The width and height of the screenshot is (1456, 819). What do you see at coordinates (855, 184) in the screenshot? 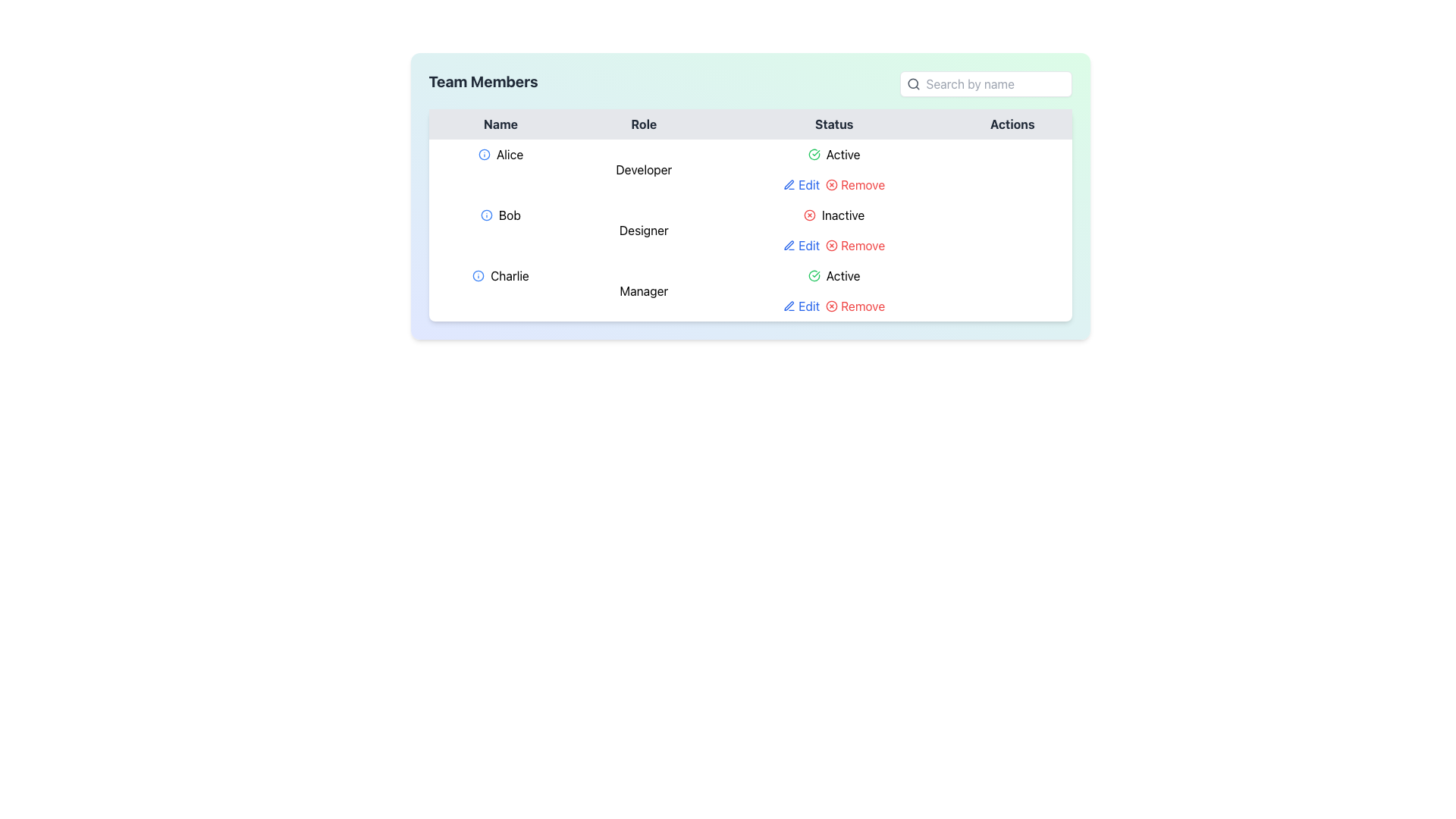
I see `the interactive link button in the 'Actions' column of the 'Team Members' section to trigger visual styling changes, located adjacent to the 'Edit' option for the 'Developer' entry` at bounding box center [855, 184].